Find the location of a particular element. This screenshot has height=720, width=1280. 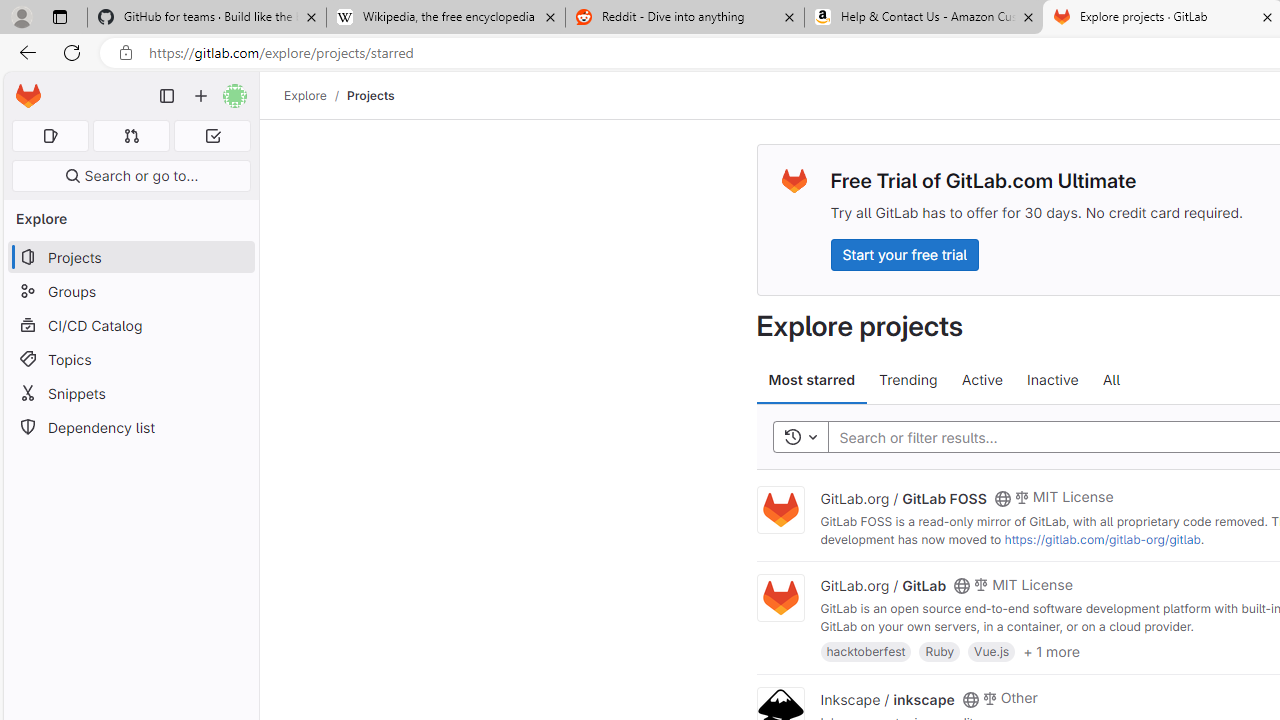

'Reddit - Dive into anything' is located at coordinates (684, 17).